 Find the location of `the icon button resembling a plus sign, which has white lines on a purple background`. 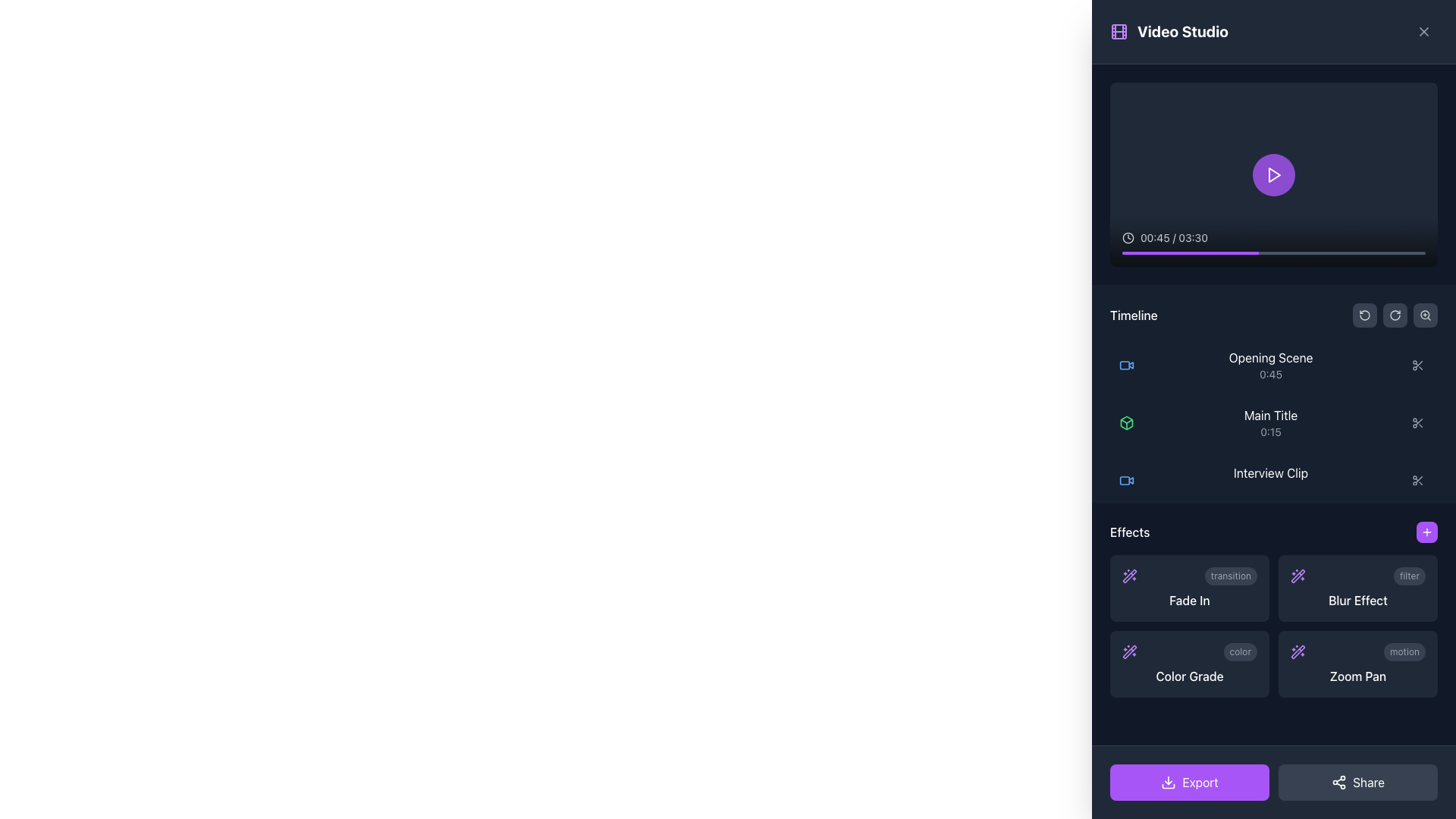

the icon button resembling a plus sign, which has white lines on a purple background is located at coordinates (1426, 532).